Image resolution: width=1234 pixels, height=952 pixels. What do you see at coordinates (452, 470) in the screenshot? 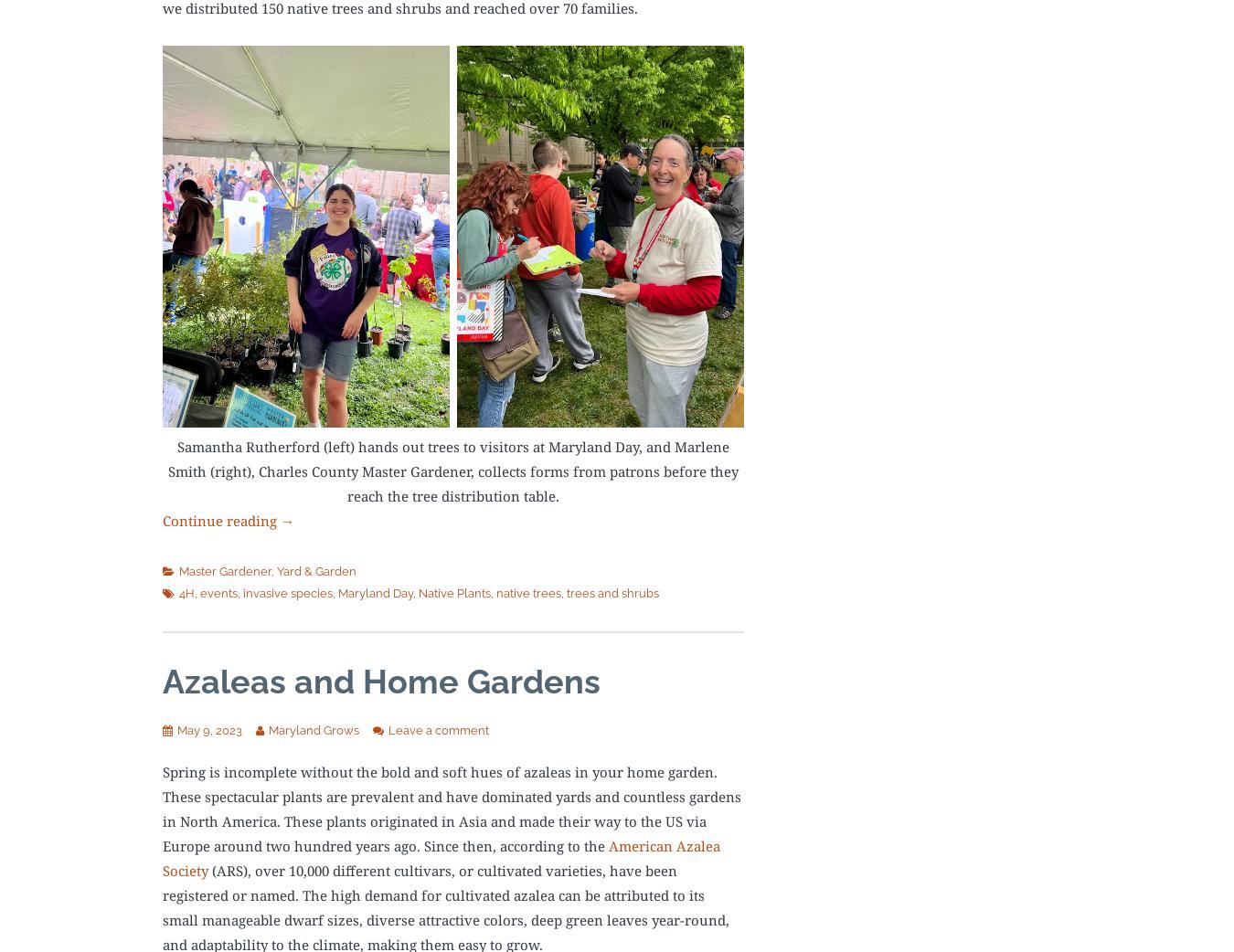
I see `'Samantha Rutherford (left) hands out trees to visitors at Maryland Day, and Marlene Smith (right), Charles County Master Gardener, collects forms from patrons before they reach the tree distribution table.'` at bounding box center [452, 470].